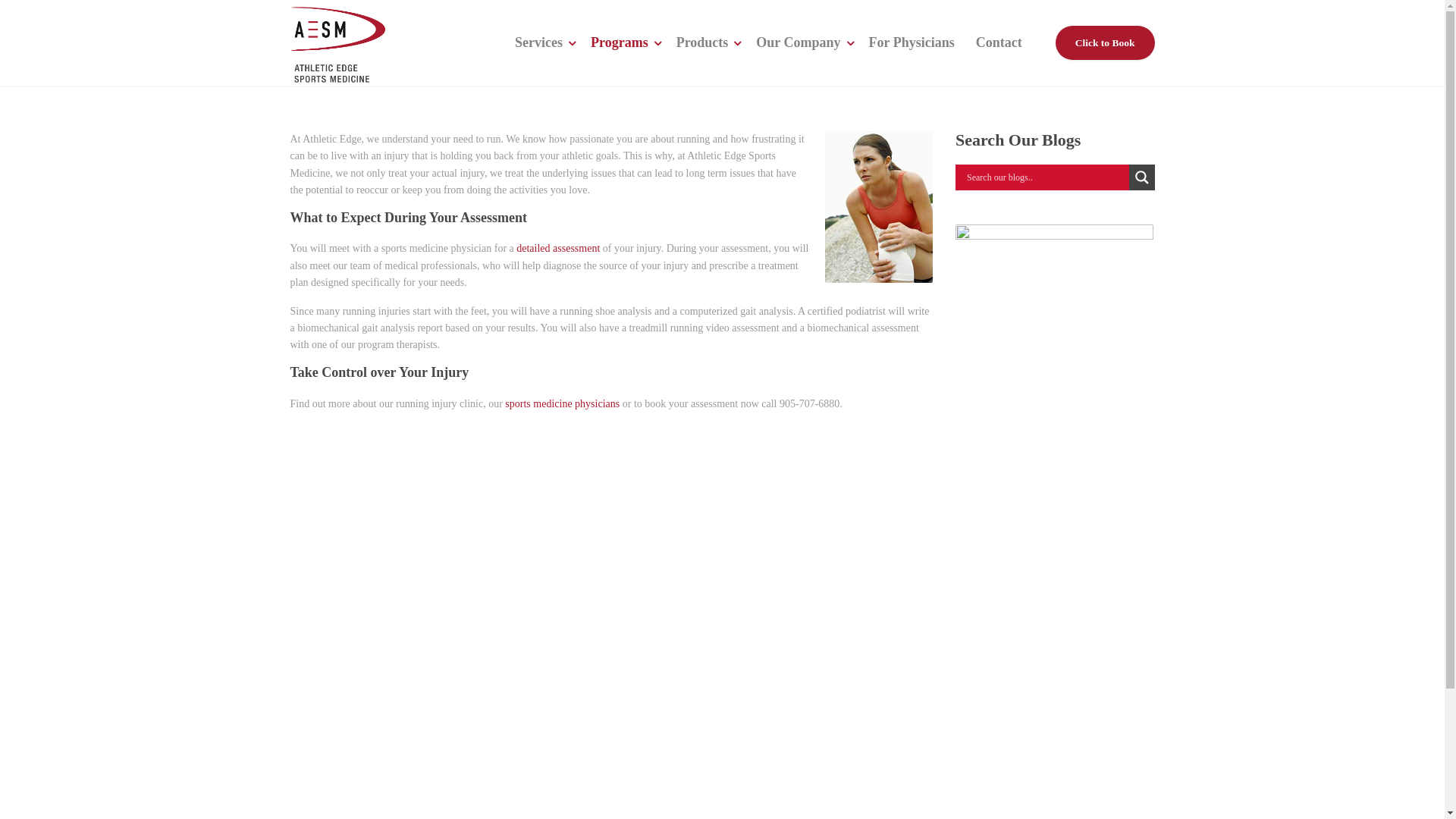 This screenshot has width=1456, height=819. I want to click on 'sports medicine physicians', so click(505, 402).